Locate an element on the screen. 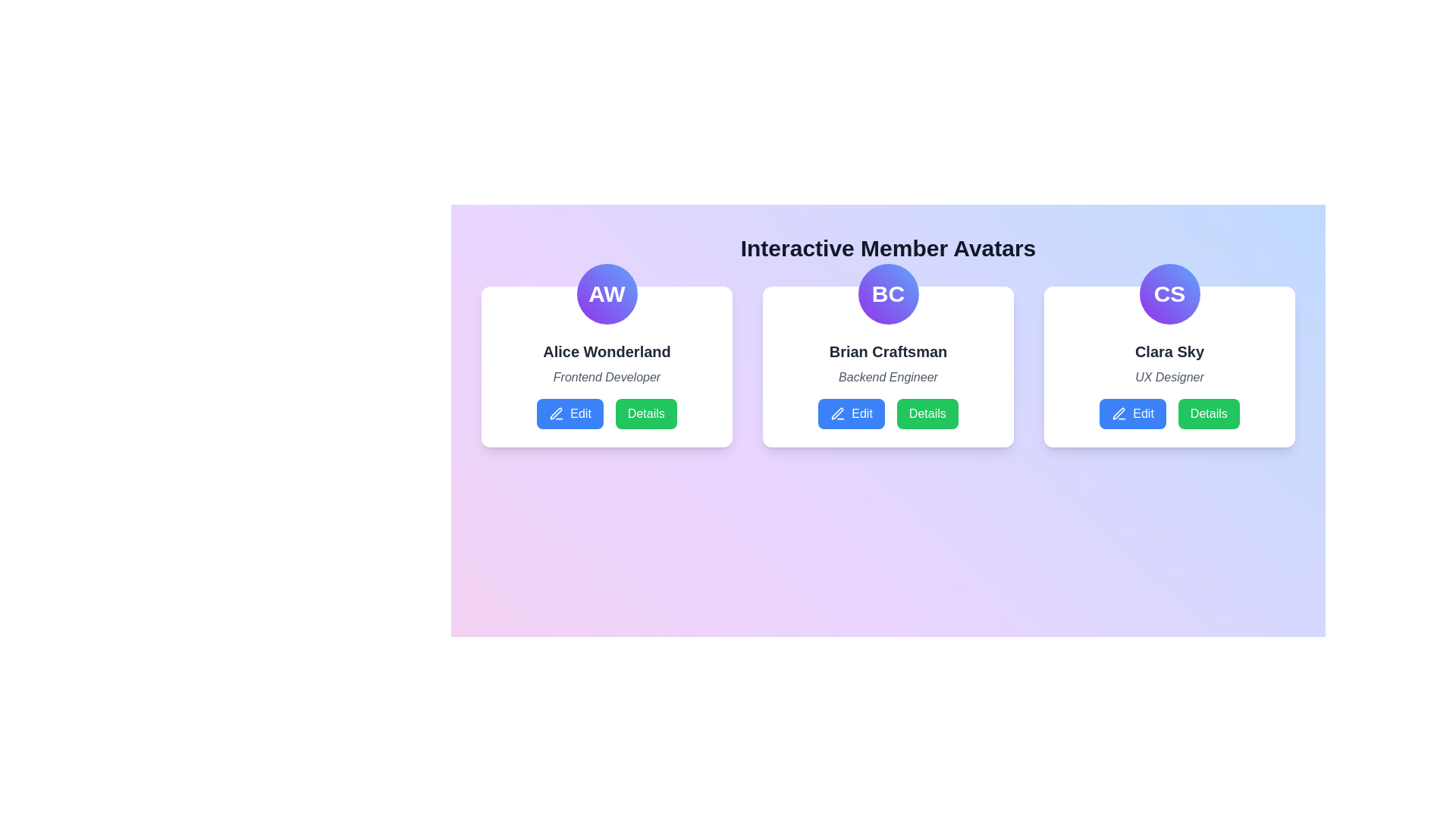  the 'Edit' icon within the blue button for 'Clara Sky' to invoke the edit function is located at coordinates (1119, 413).